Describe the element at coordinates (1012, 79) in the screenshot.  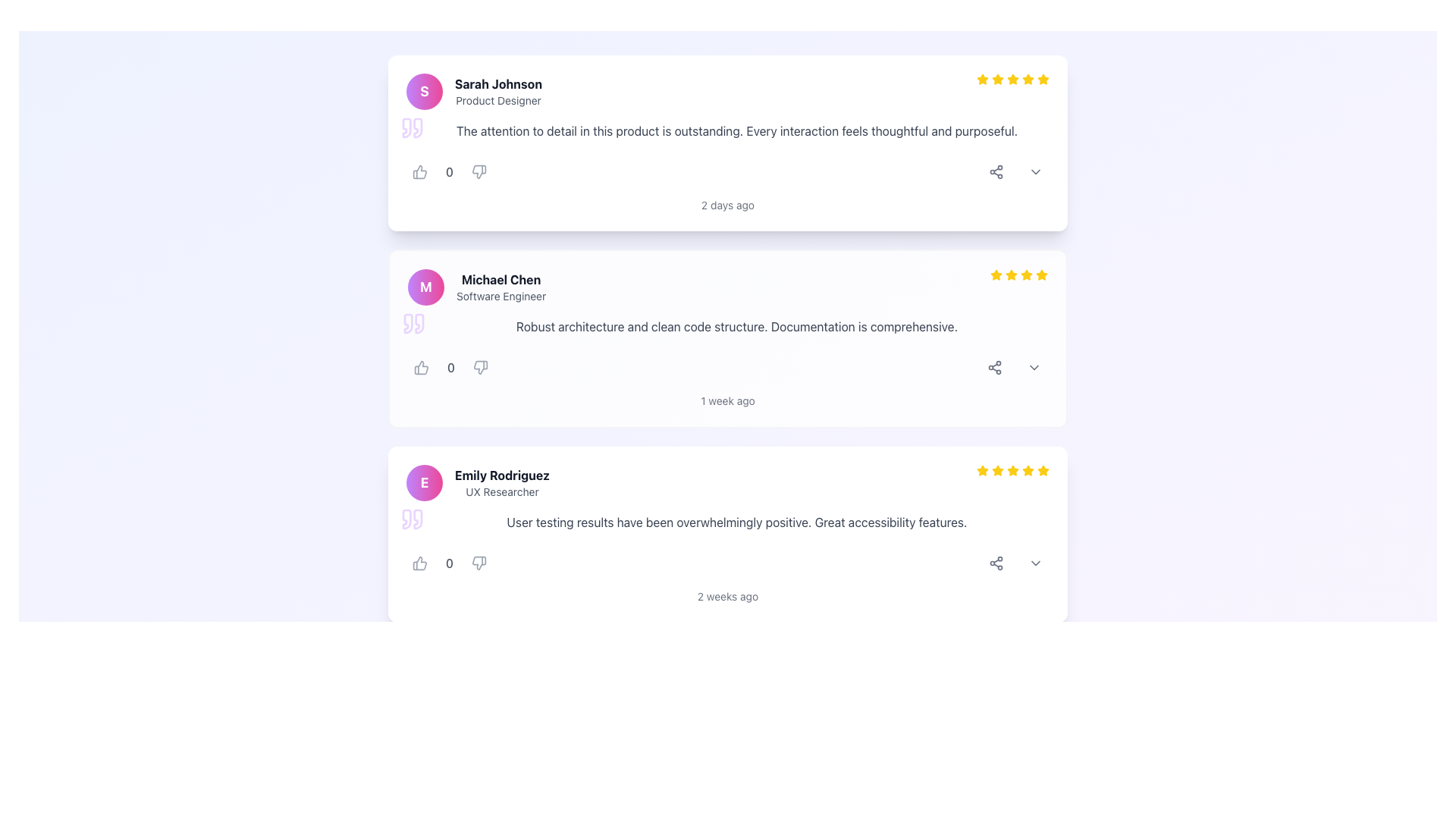
I see `on the fourth star icon from the left in the 5-star rating bar on the top card containing Sarah Johnson's review` at that location.